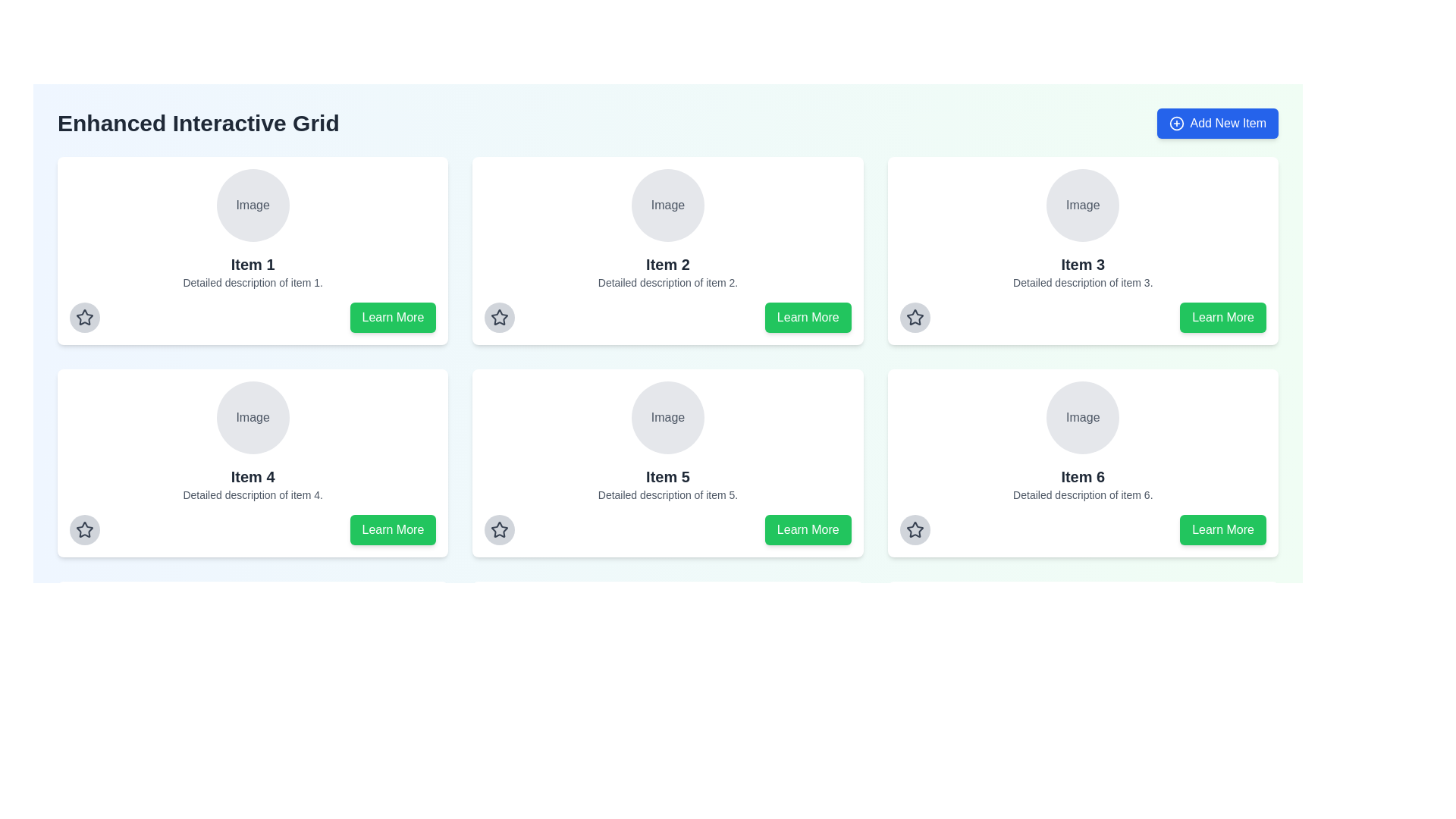  I want to click on the appearance of the circular icon with a plus sign, which is part of the 'Add New Item' button located in the top-right corner of the interface, so click(1175, 122).